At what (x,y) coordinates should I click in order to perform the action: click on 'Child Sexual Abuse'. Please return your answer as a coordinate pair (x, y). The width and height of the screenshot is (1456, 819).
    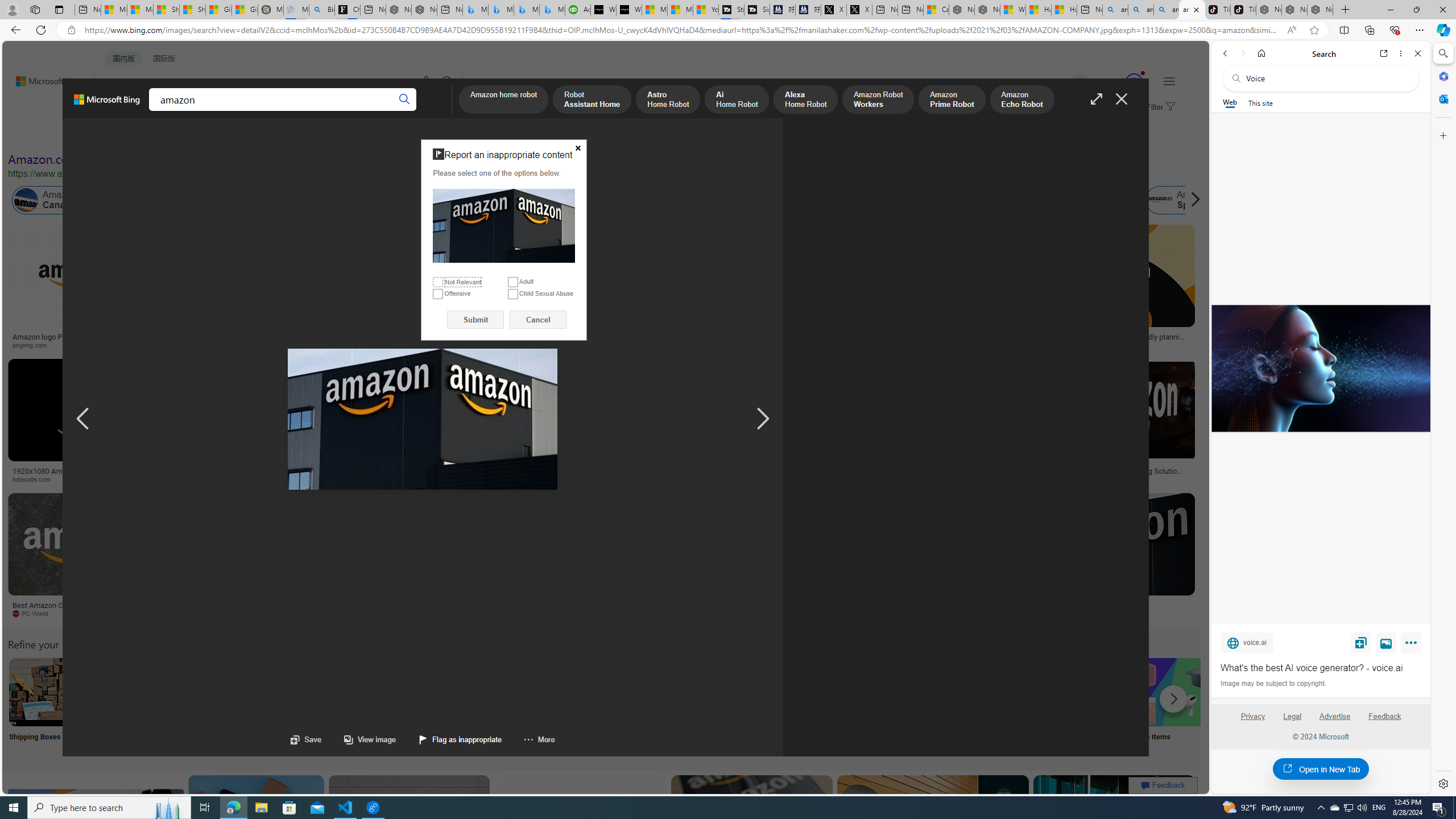
    Looking at the image, I should click on (512, 293).